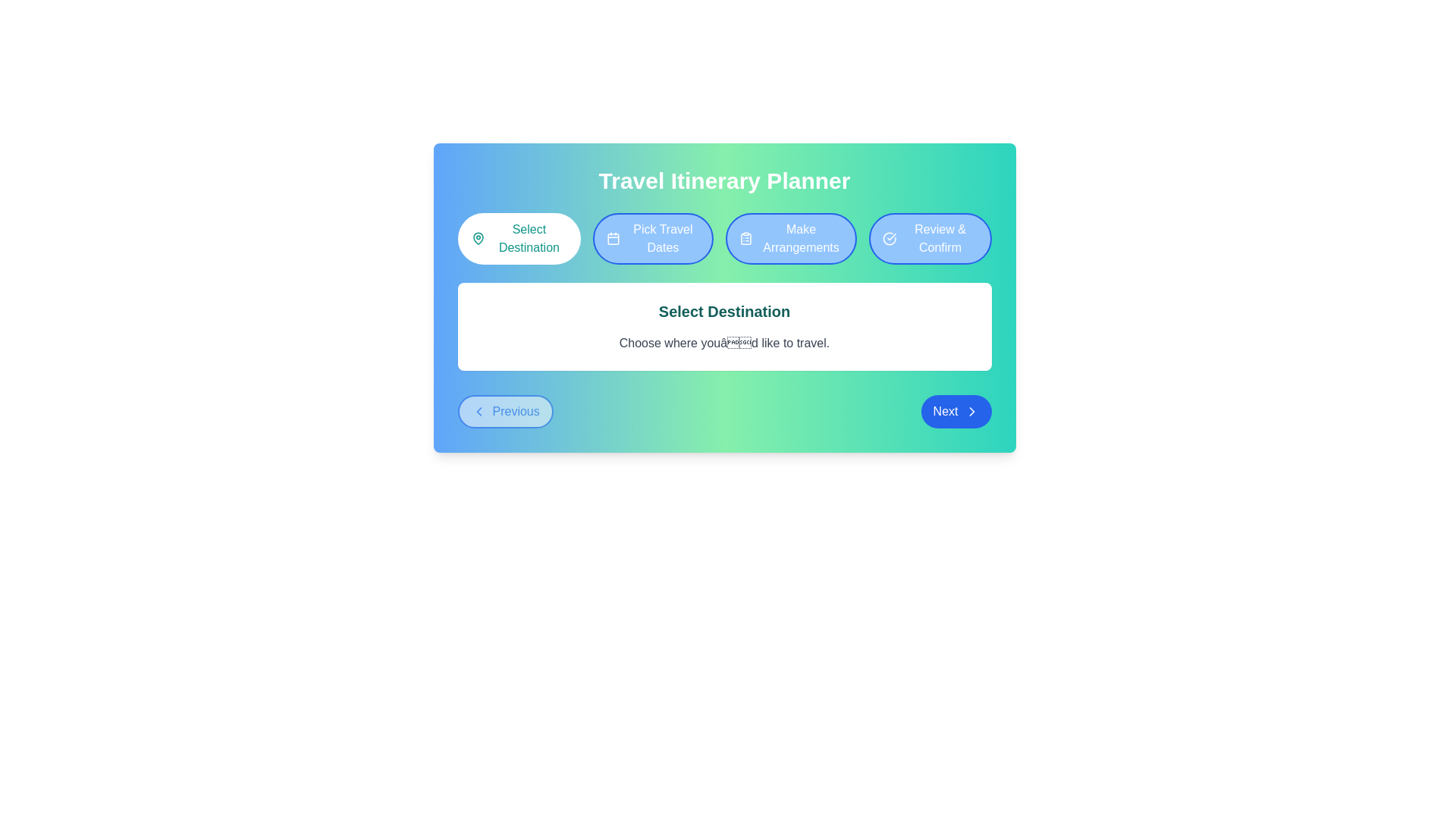 The width and height of the screenshot is (1456, 819). I want to click on the 'Select Destination' button with a white background and teal text, located at the center-top section of the interface, so click(519, 239).